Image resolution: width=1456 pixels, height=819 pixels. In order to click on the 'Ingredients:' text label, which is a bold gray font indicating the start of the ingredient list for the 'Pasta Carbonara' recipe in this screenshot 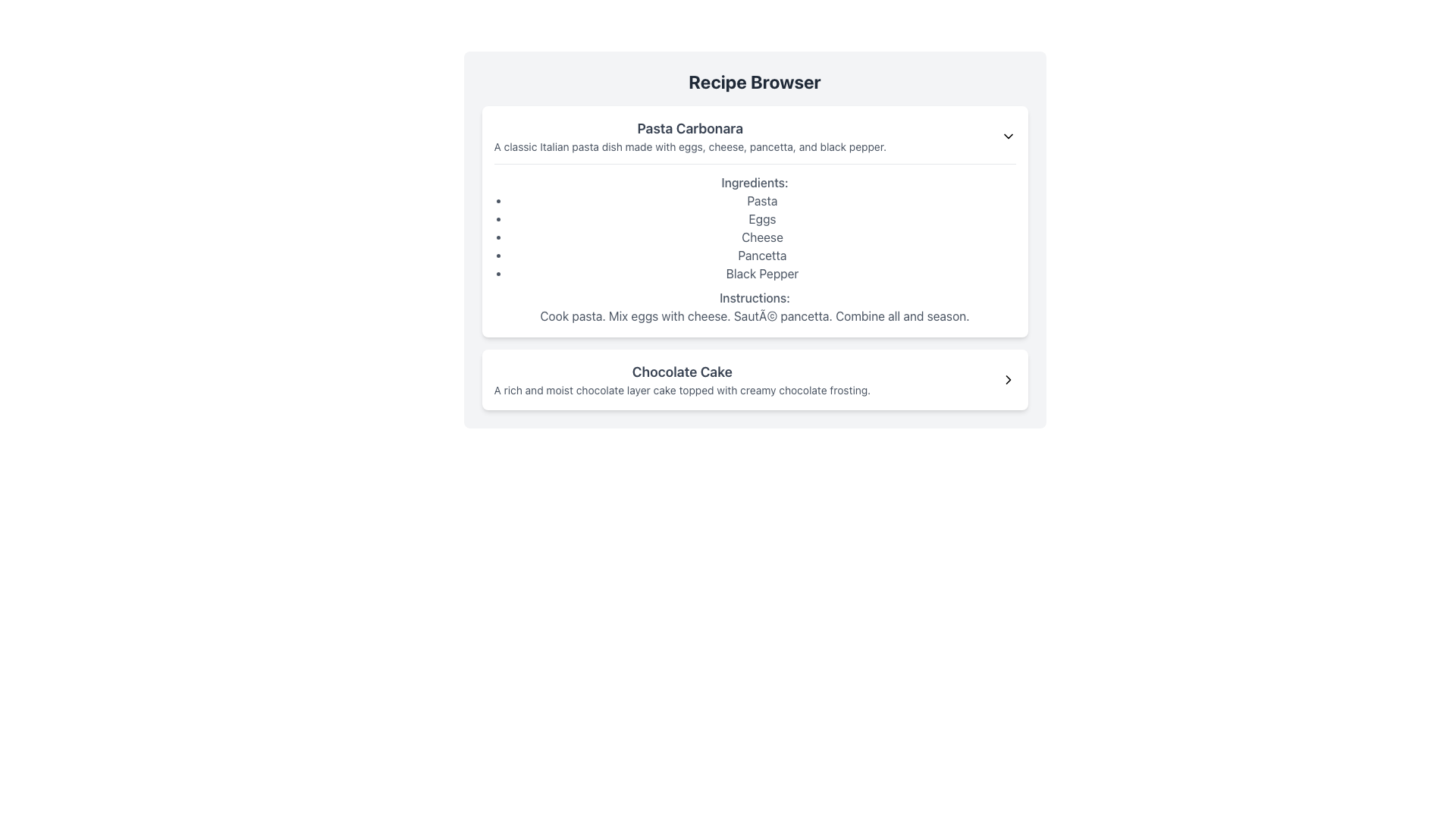, I will do `click(755, 181)`.